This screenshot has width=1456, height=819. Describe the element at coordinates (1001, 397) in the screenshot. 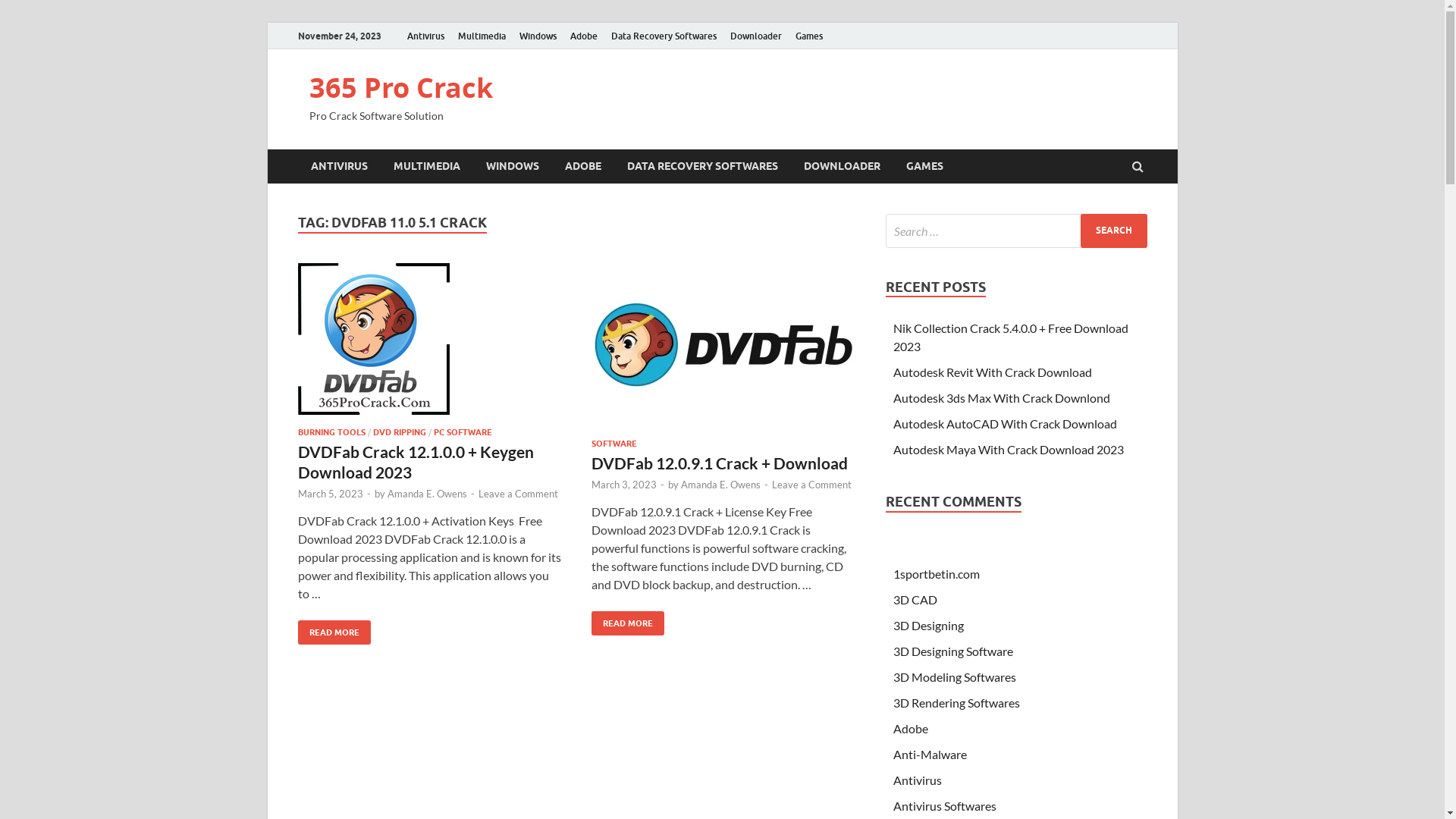

I see `'Autodesk 3ds Max With Crack Downlond'` at that location.